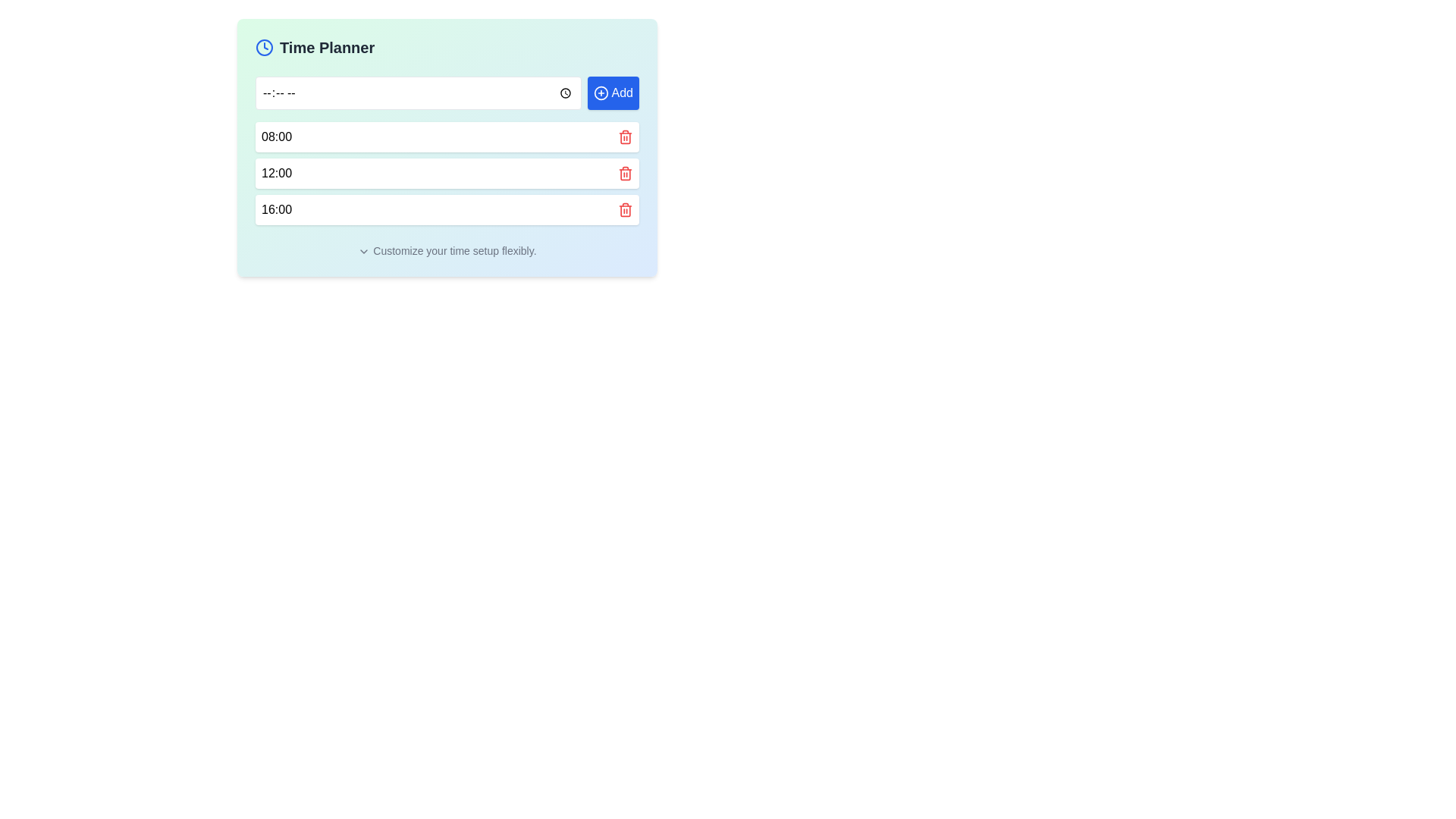 This screenshot has height=819, width=1456. Describe the element at coordinates (626, 137) in the screenshot. I see `the interactive button styled in red that resembles a trash bin for deletion actions` at that location.